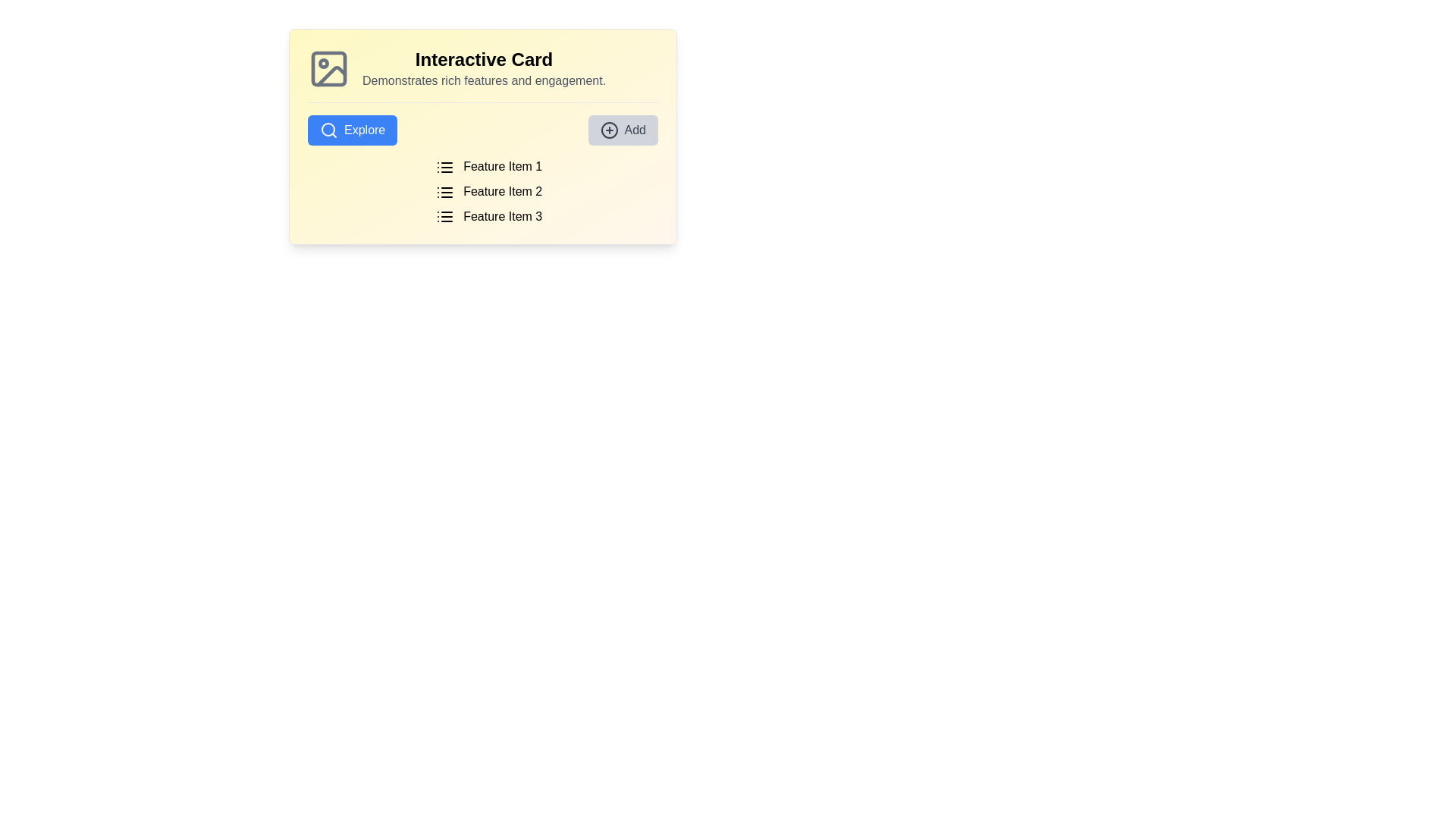  Describe the element at coordinates (623, 130) in the screenshot. I see `the 'Add' button located in the header section marked by 'Interactive Card', which has a gray background and a plus sign icon` at that location.